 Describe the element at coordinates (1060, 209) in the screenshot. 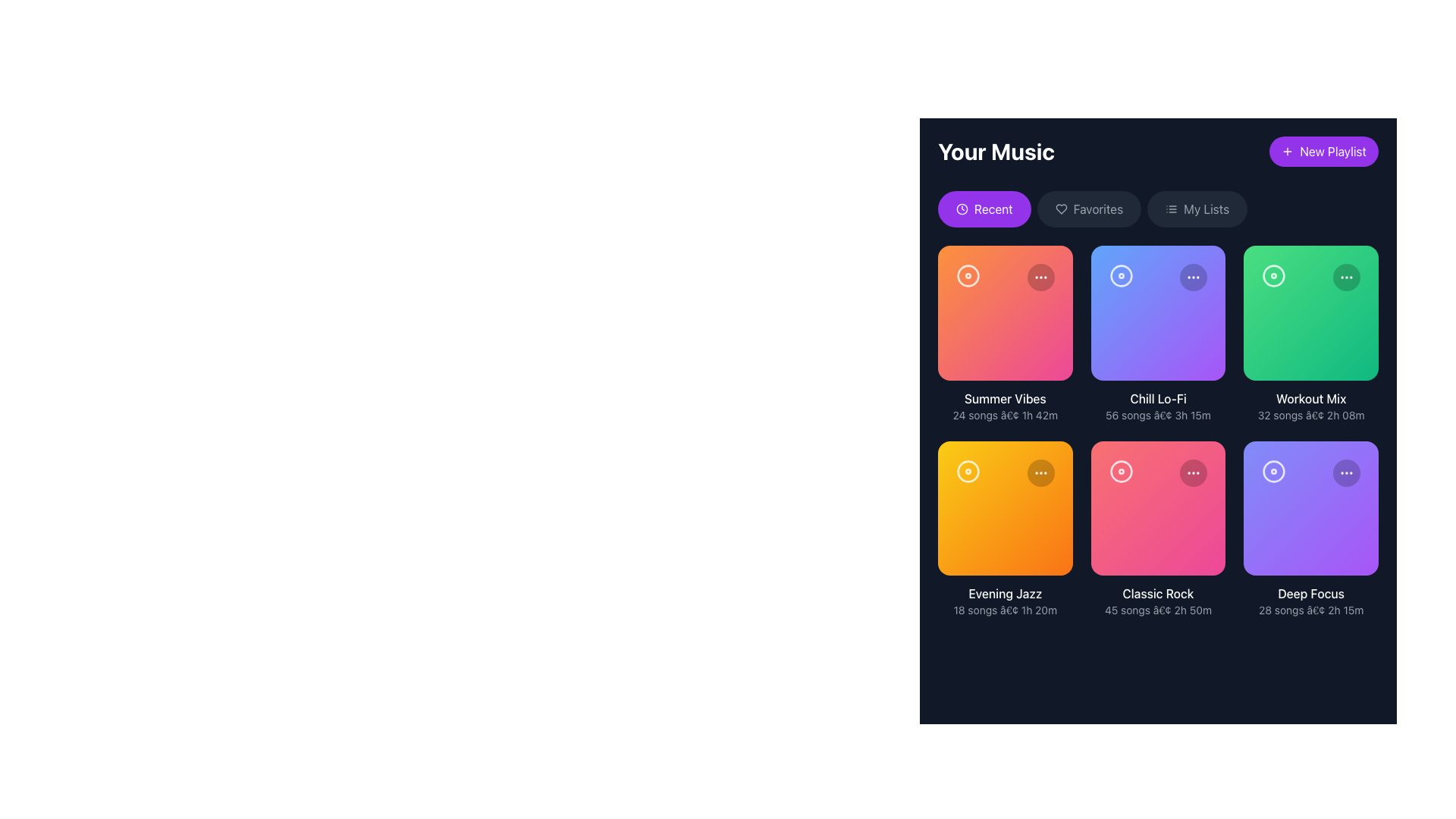

I see `the heart-shaped button icon located in the 'Favorites' section at the top center of the user interface` at that location.